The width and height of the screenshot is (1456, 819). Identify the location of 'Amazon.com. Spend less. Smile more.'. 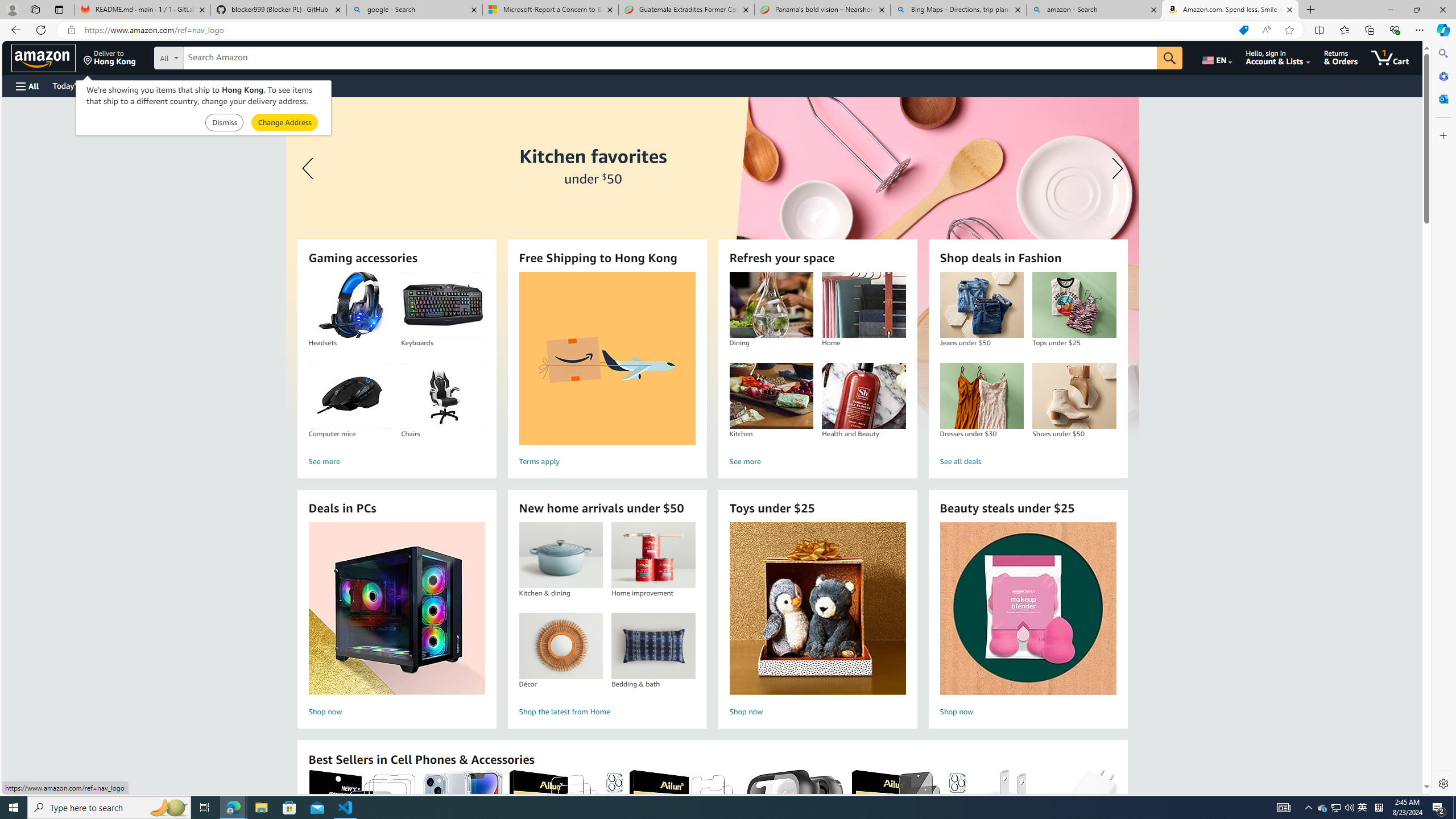
(1230, 9).